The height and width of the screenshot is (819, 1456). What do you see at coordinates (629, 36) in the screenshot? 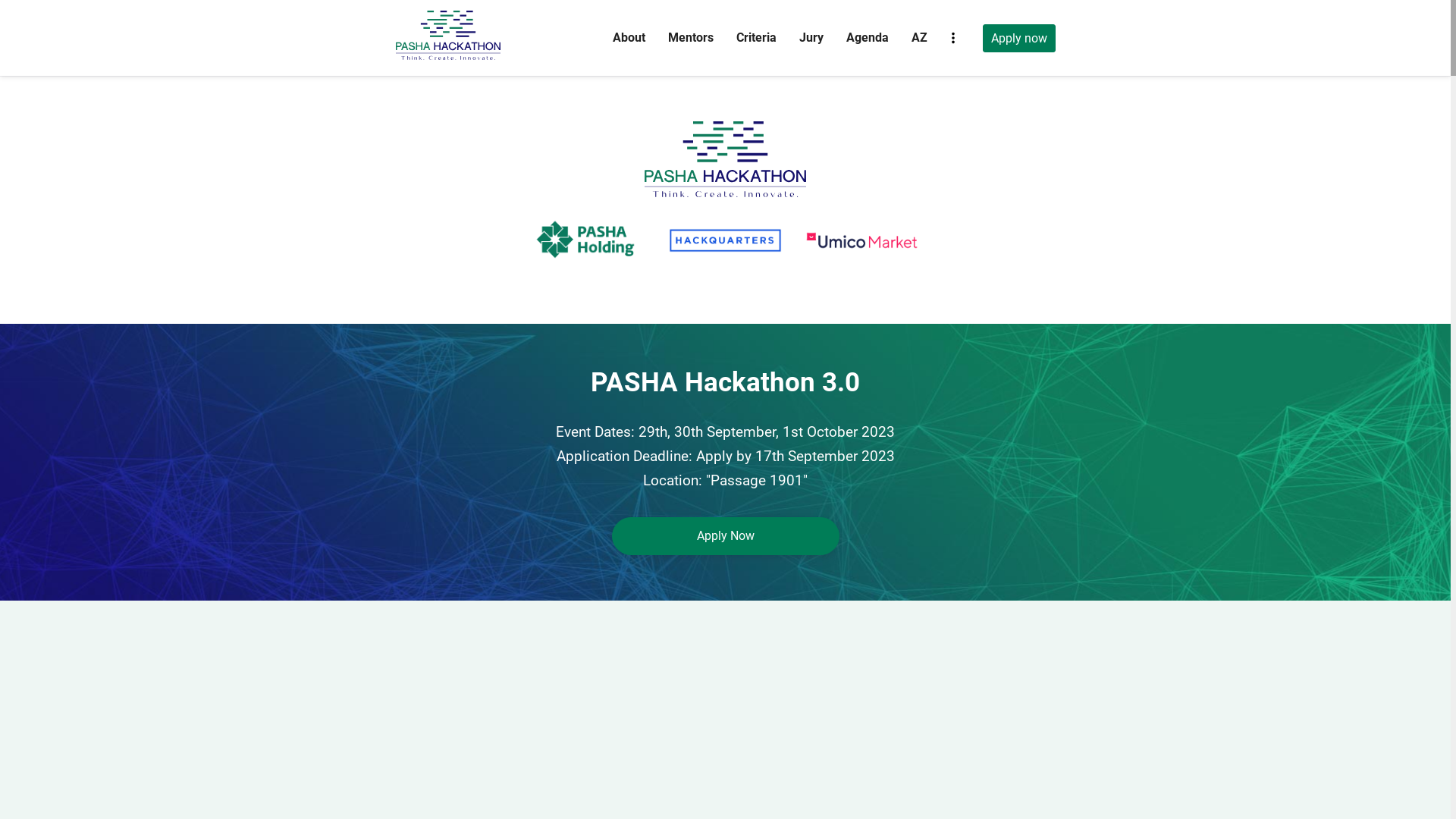
I see `'About'` at bounding box center [629, 36].